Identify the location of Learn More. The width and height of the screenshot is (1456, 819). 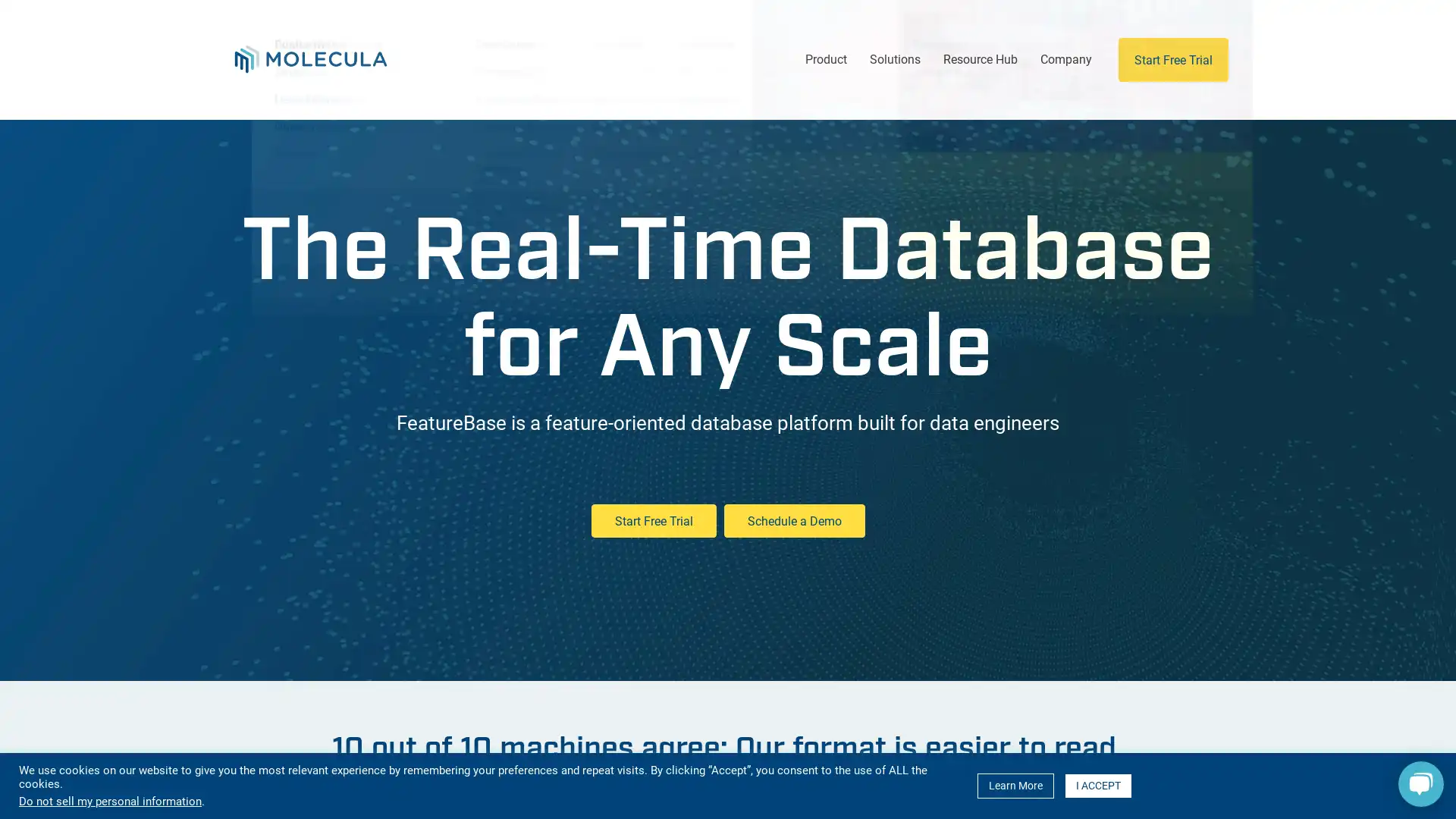
(1015, 785).